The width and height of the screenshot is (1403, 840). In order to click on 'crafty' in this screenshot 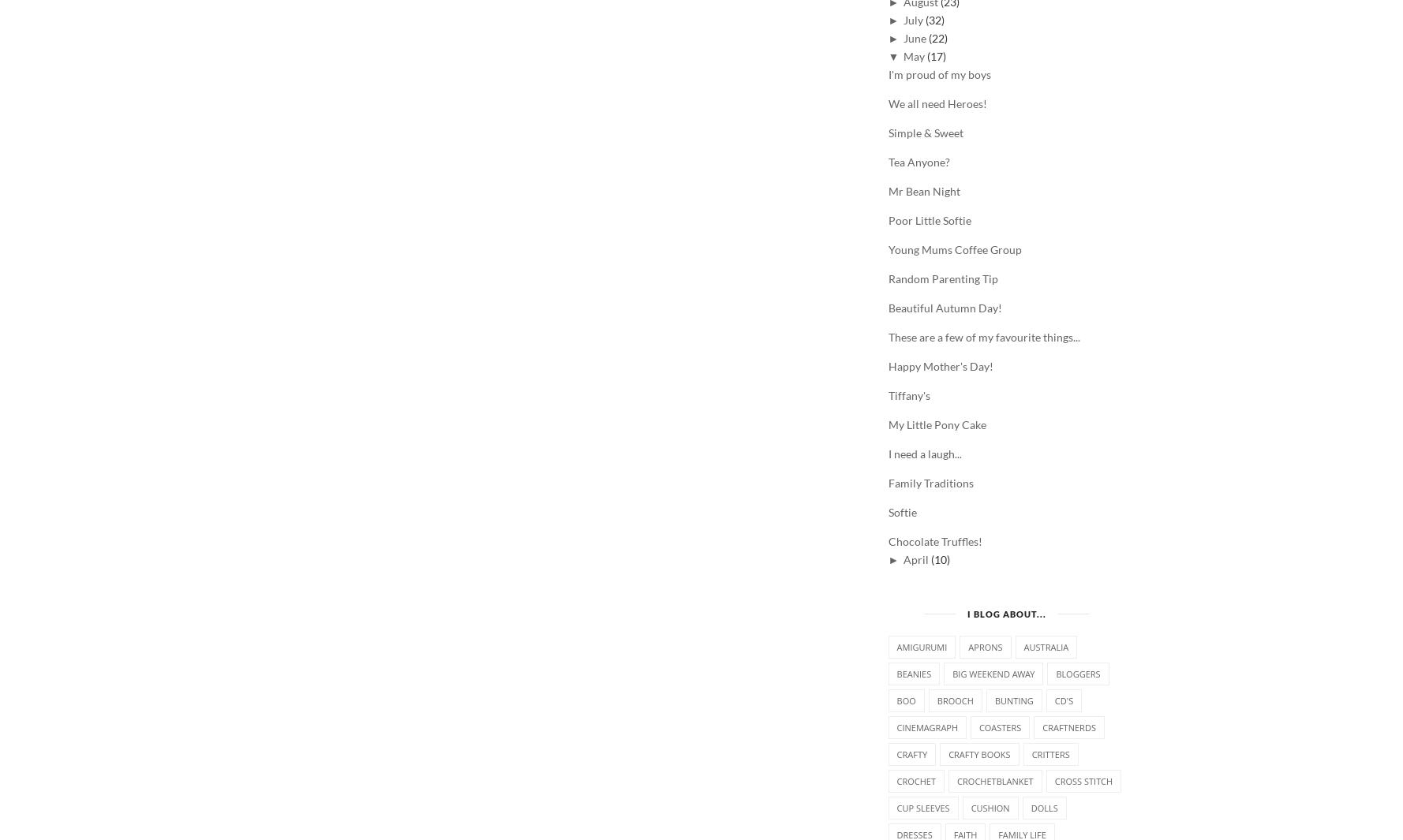, I will do `click(911, 754)`.